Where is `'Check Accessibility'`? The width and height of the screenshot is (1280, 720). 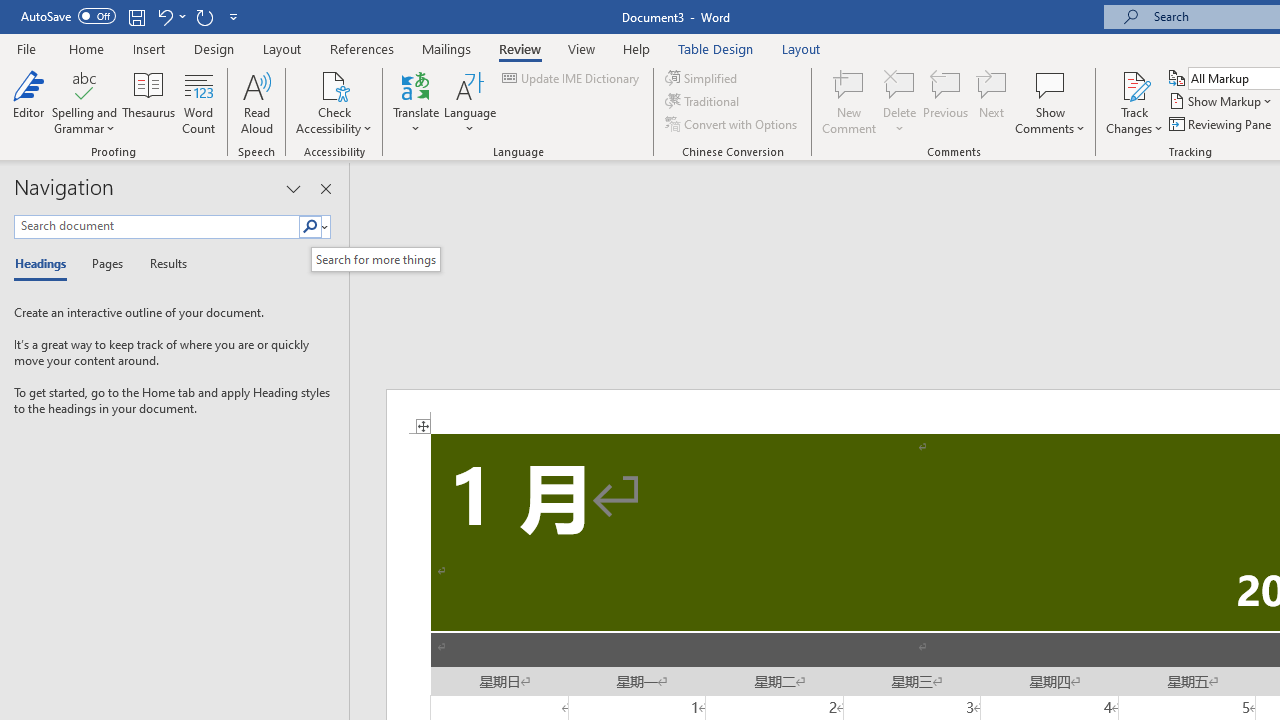 'Check Accessibility' is located at coordinates (334, 103).